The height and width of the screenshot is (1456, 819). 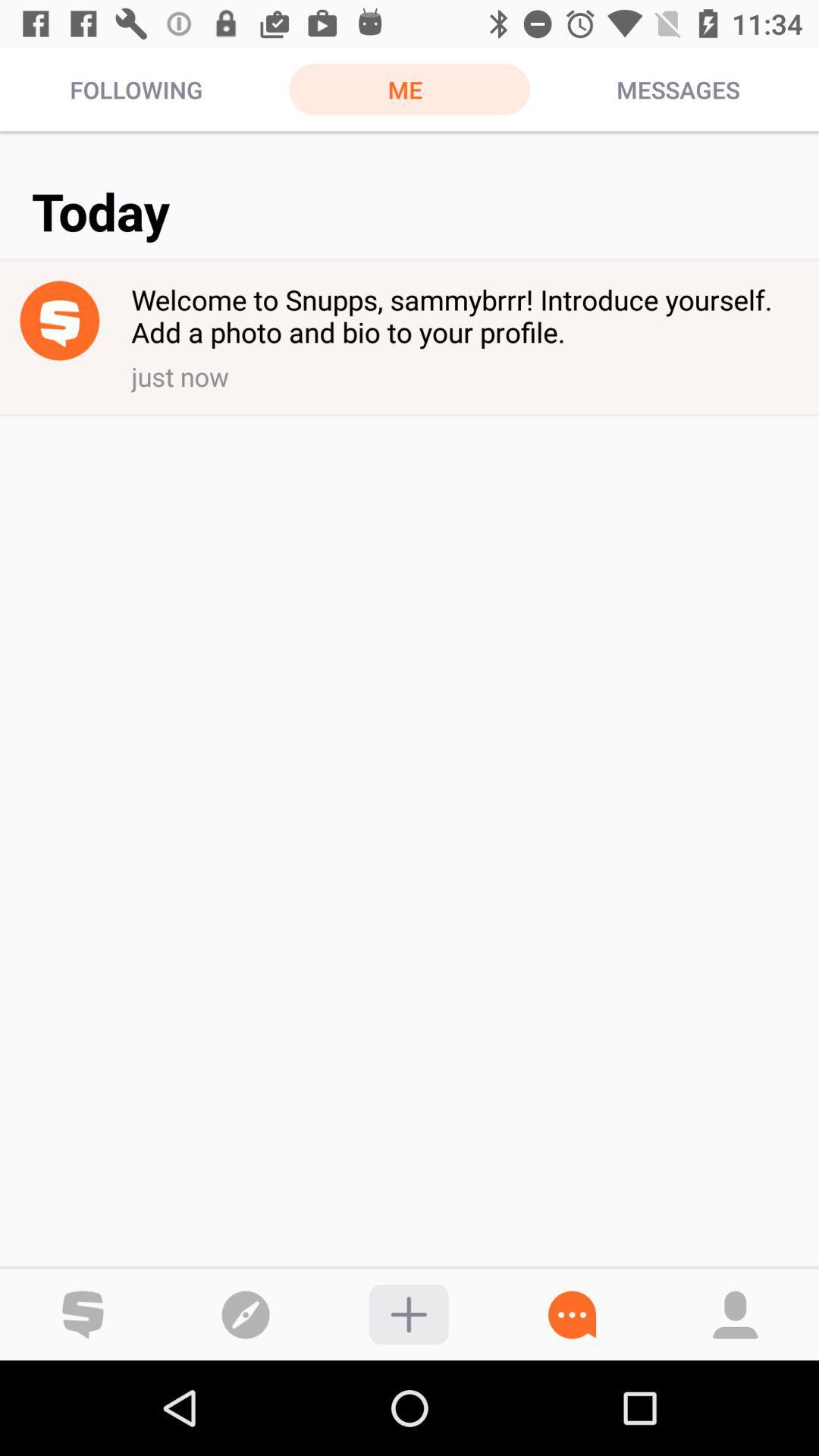 What do you see at coordinates (408, 1313) in the screenshot?
I see `add button` at bounding box center [408, 1313].